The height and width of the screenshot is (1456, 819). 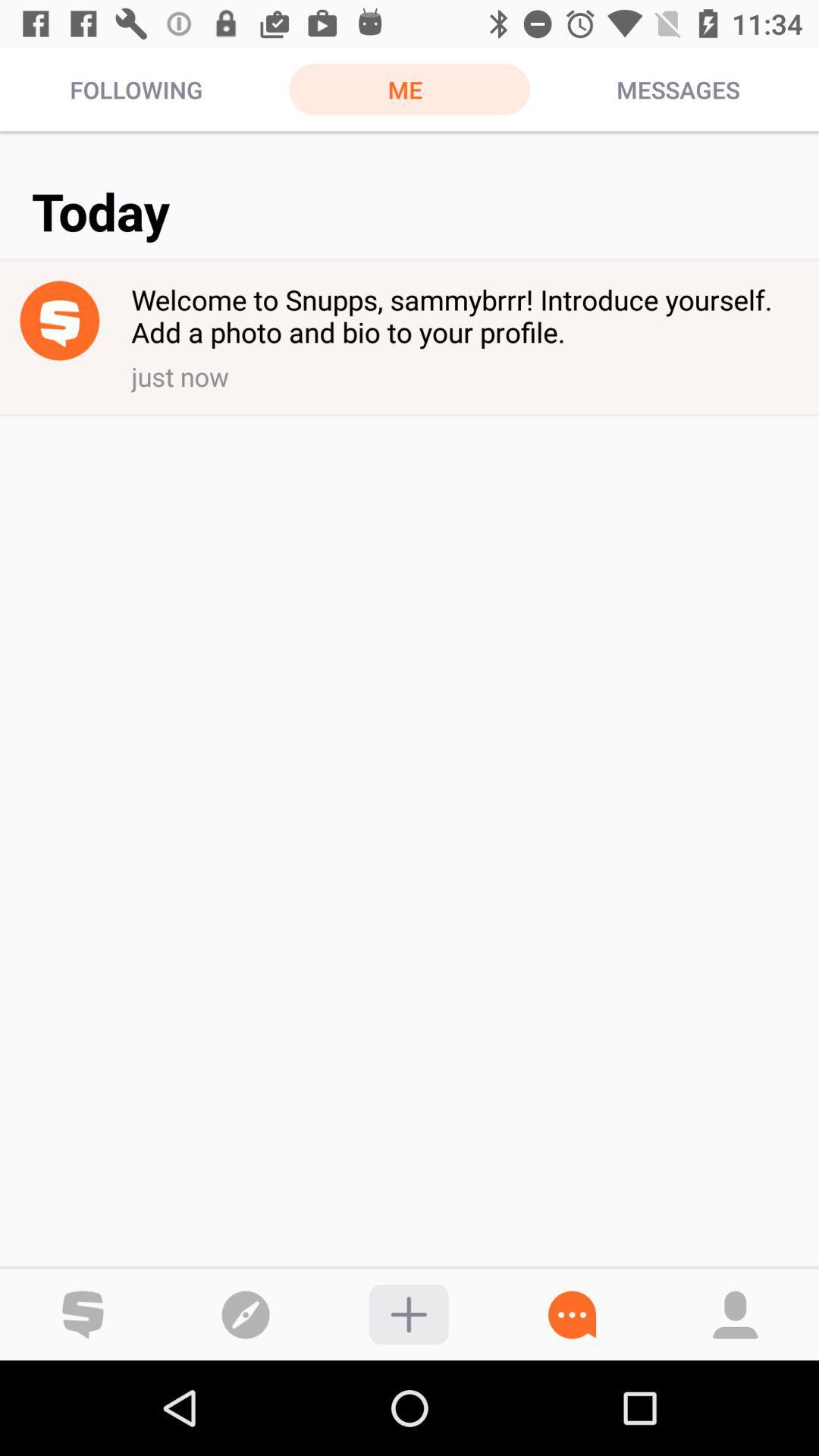 What do you see at coordinates (408, 1313) in the screenshot?
I see `add button` at bounding box center [408, 1313].